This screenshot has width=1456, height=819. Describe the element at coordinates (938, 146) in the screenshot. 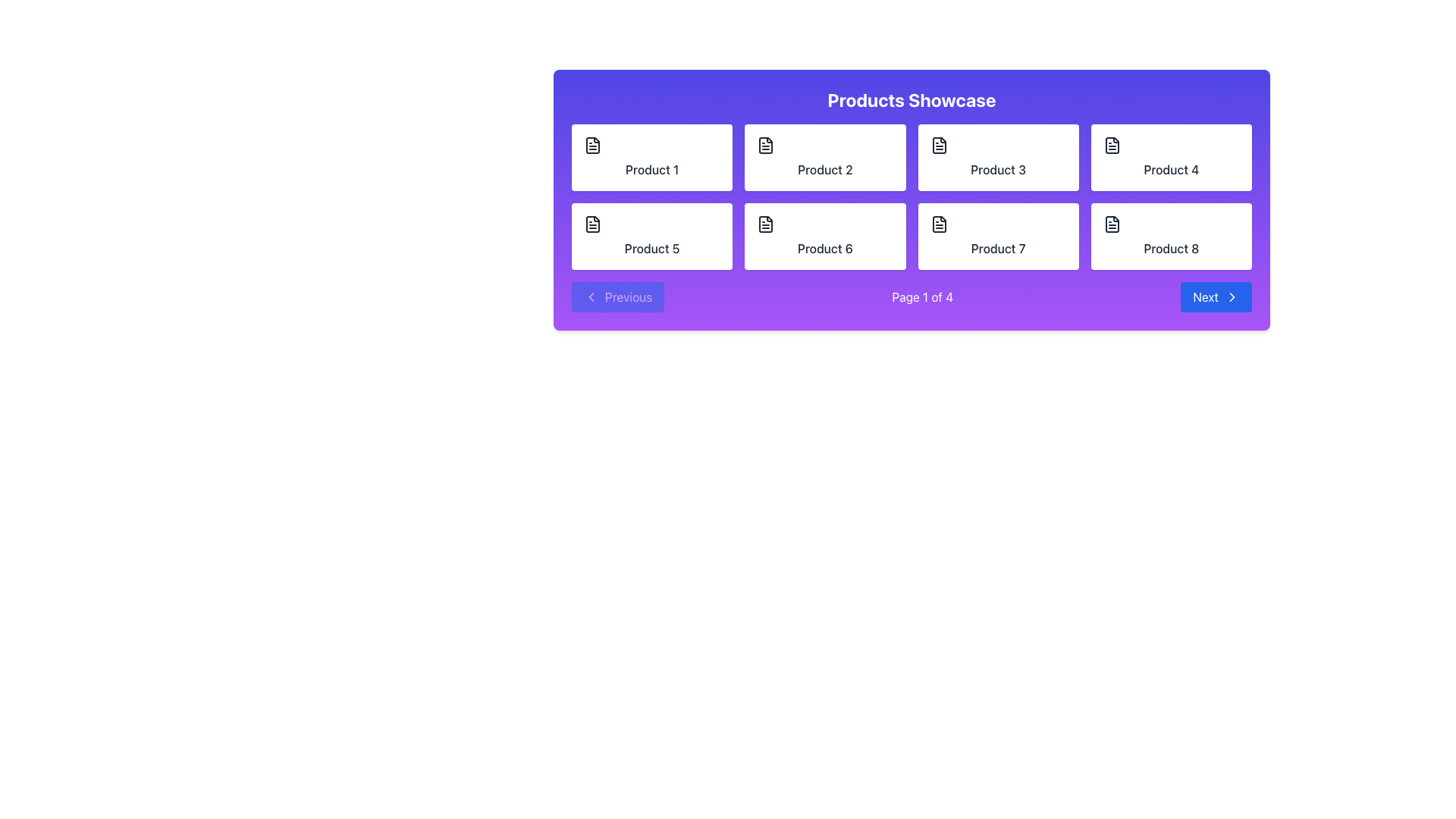

I see `properties of the SVG-based icon resembling a paper document located within the card labeled 'Product 3'` at that location.